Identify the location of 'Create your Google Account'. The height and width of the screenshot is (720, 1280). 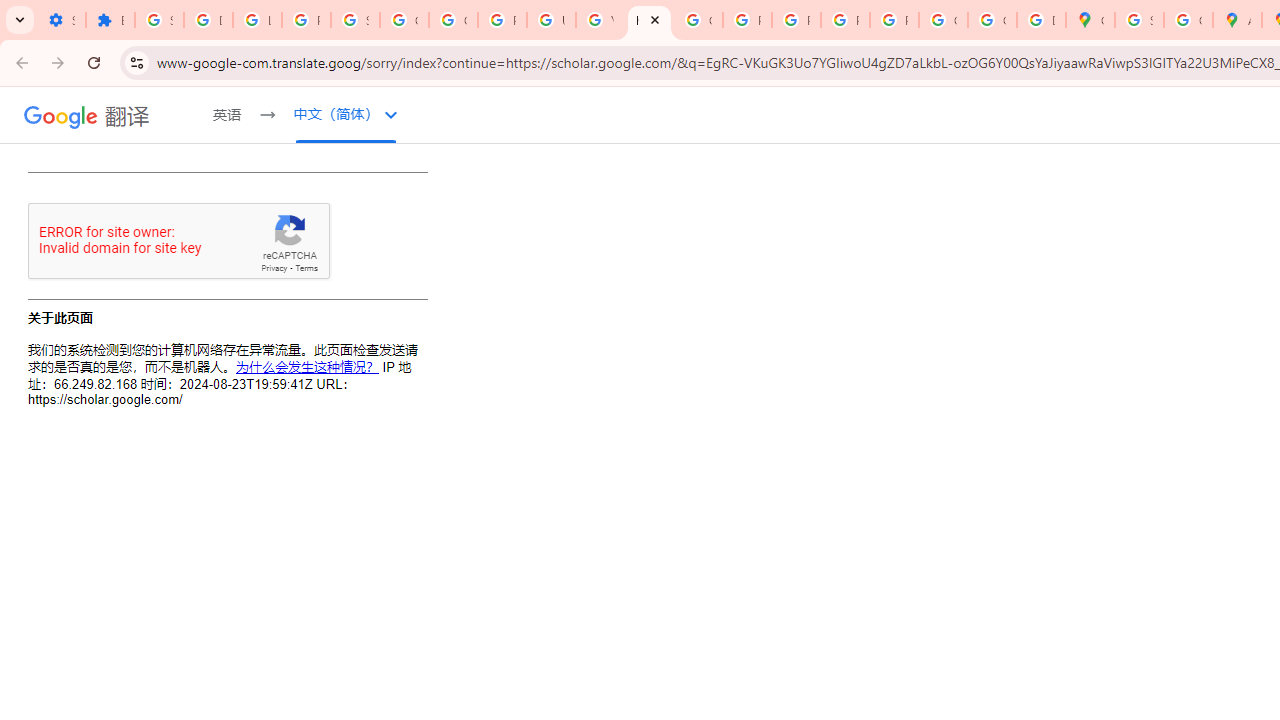
(1188, 20).